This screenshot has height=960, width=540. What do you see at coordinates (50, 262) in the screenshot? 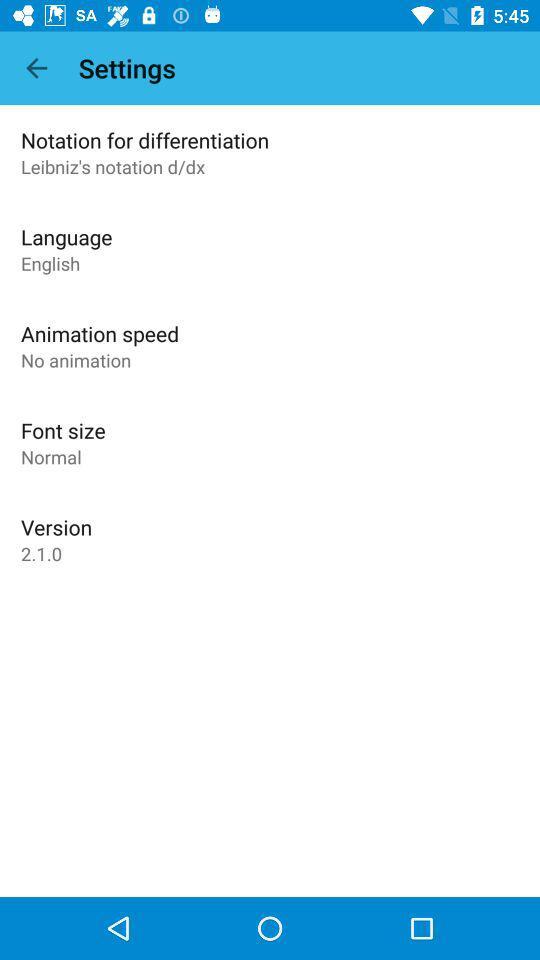
I see `the item below the language` at bounding box center [50, 262].